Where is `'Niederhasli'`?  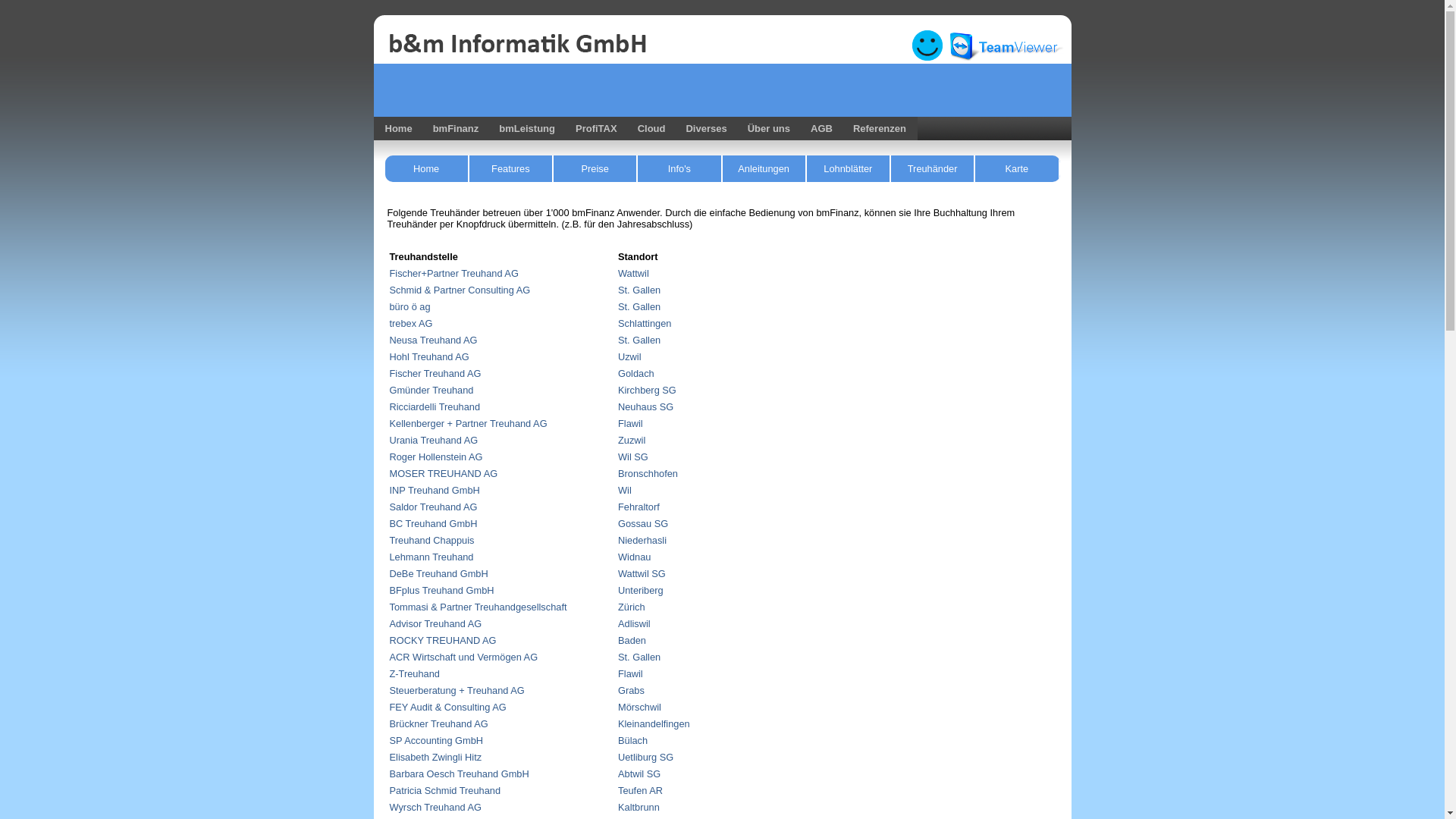 'Niederhasli' is located at coordinates (618, 539).